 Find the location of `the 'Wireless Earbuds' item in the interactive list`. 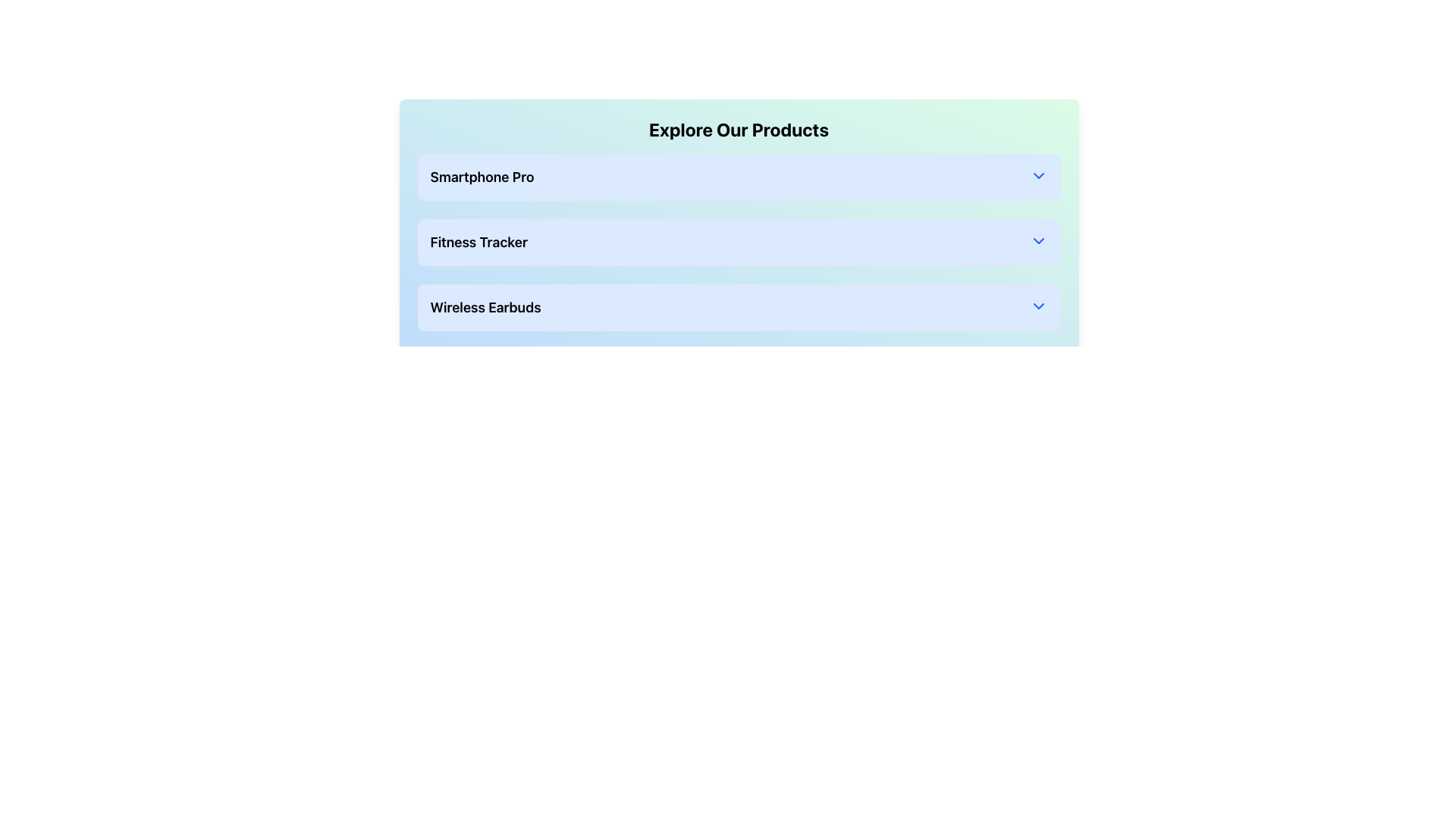

the 'Wireless Earbuds' item in the interactive list is located at coordinates (739, 307).